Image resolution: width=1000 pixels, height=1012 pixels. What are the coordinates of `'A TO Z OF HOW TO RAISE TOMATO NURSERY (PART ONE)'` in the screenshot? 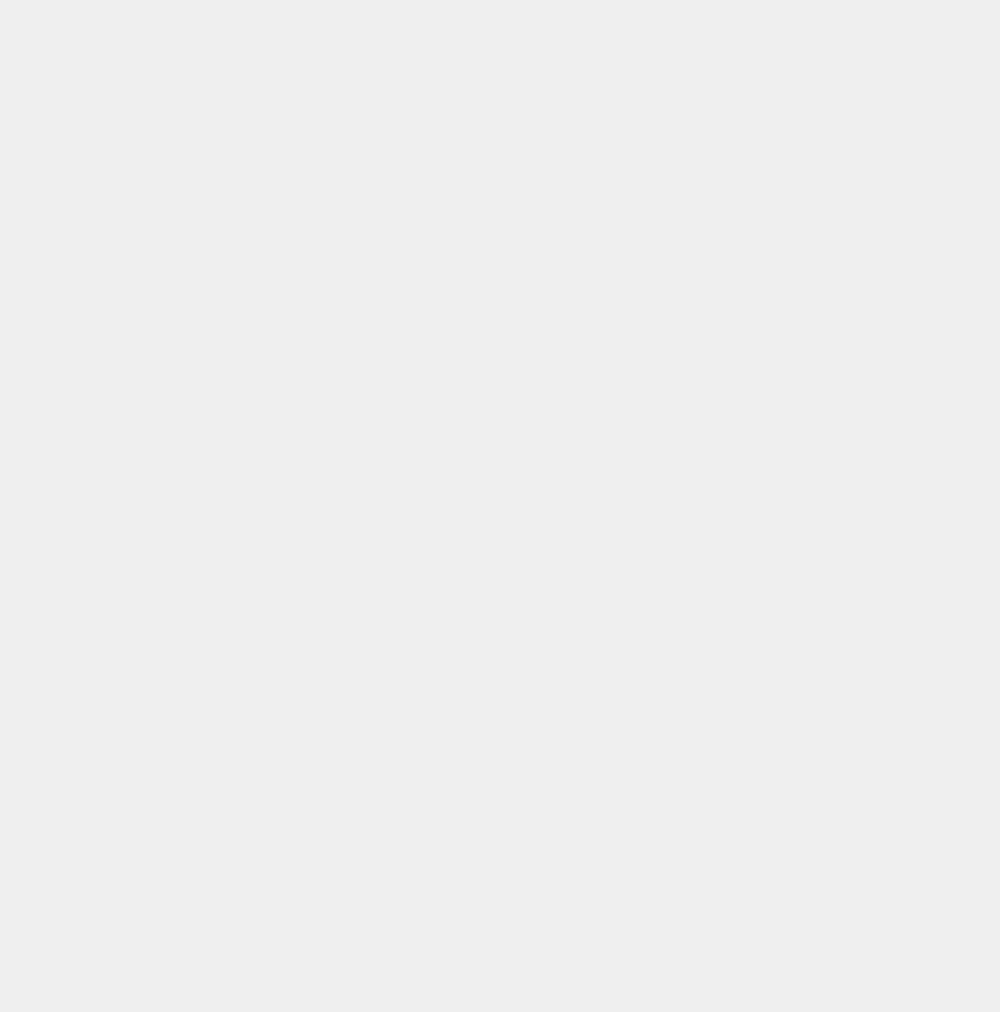 It's located at (234, 667).